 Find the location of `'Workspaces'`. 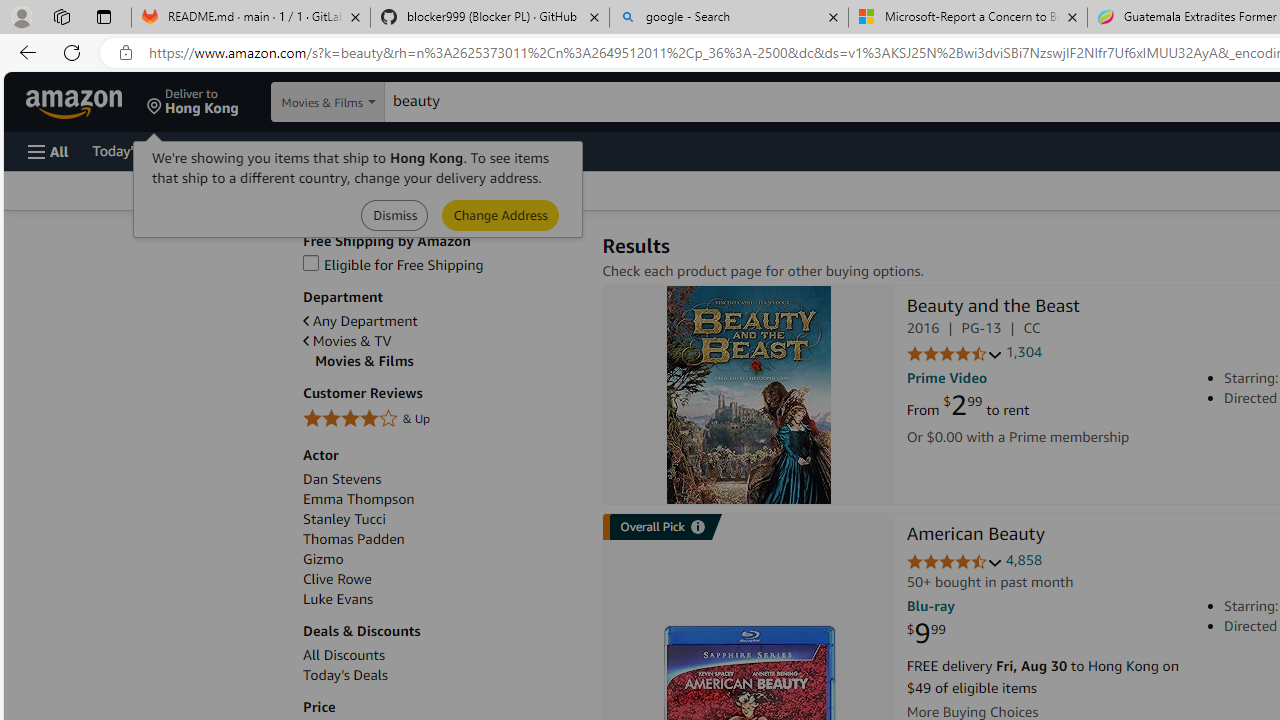

'Workspaces' is located at coordinates (61, 16).